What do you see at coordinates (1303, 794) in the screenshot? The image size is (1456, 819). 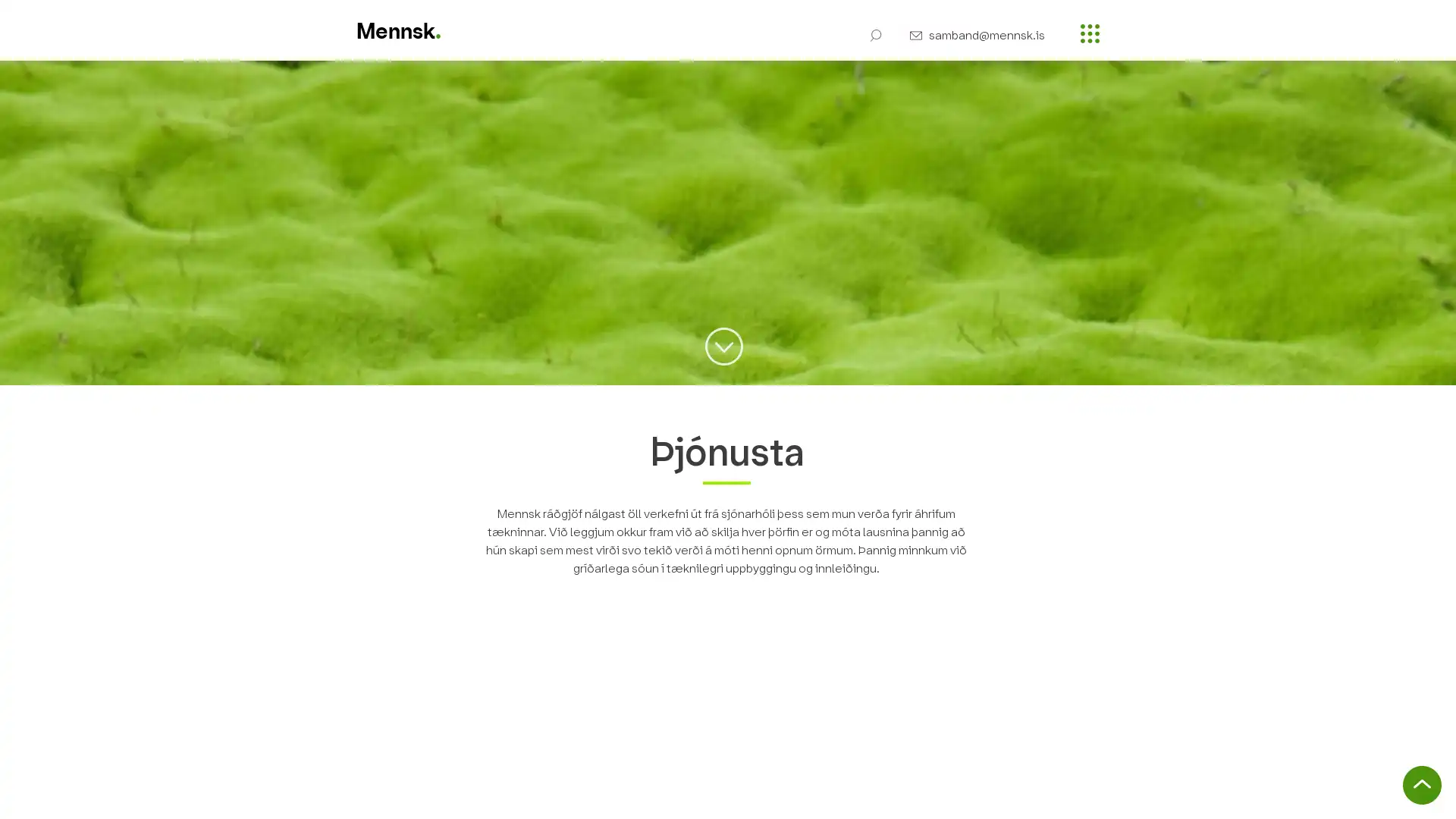 I see `Nei, takk` at bounding box center [1303, 794].